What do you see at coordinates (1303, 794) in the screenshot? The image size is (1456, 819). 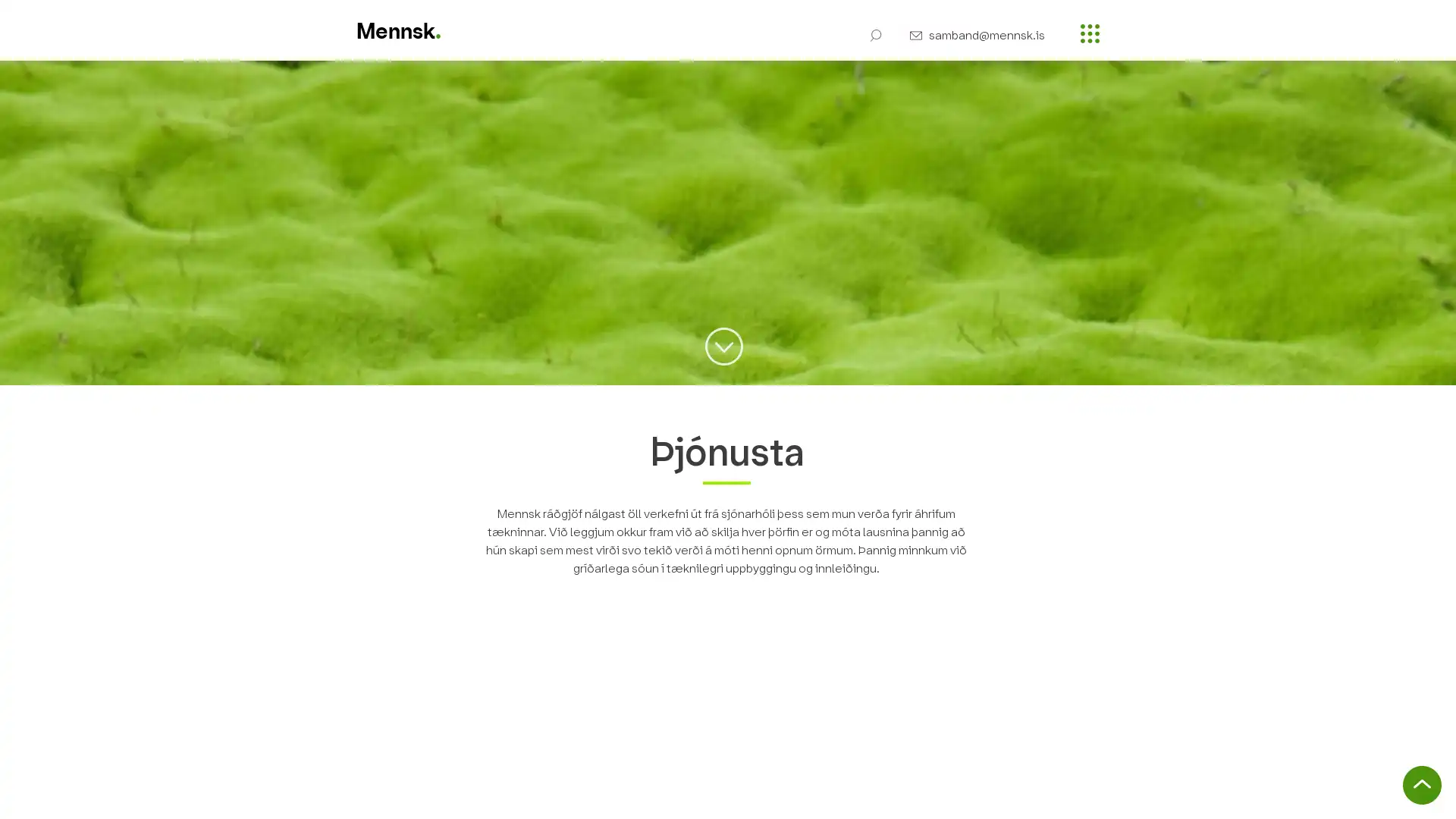 I see `Nei, takk` at bounding box center [1303, 794].